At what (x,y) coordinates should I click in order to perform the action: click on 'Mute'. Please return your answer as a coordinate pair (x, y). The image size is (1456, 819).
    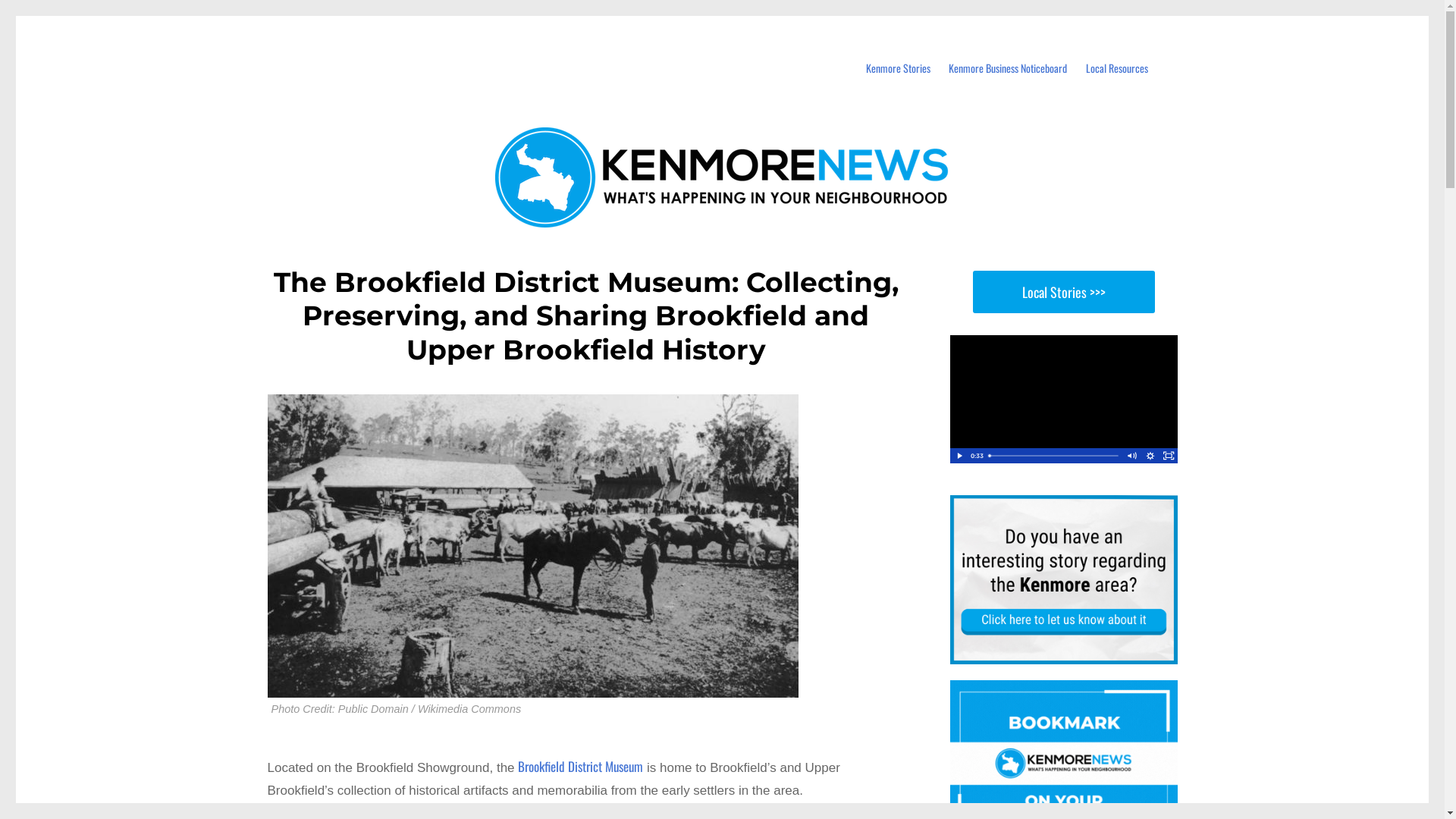
    Looking at the image, I should click on (1131, 455).